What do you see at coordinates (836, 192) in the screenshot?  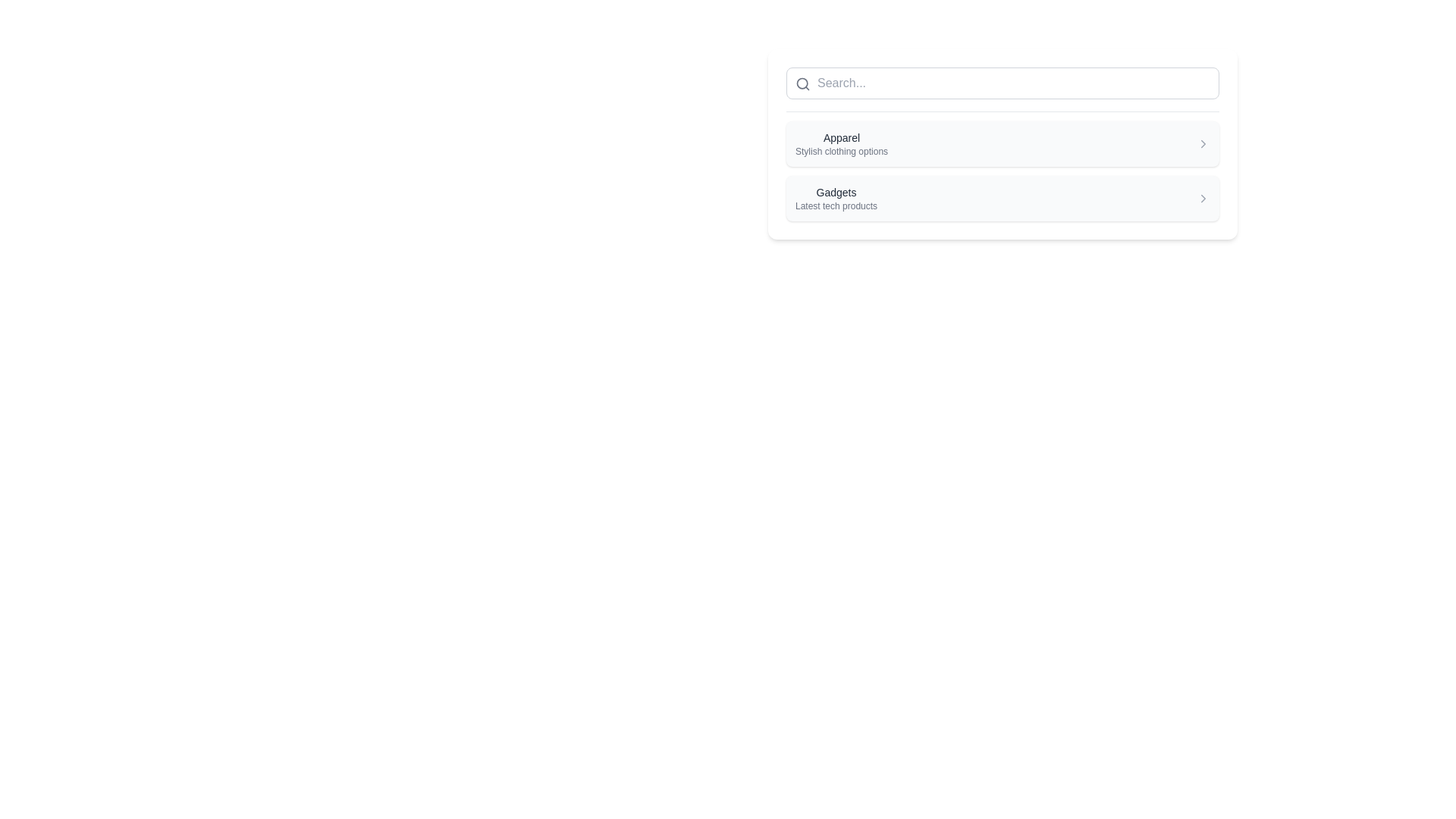 I see `the text label that serves as a category label for gadgets, located below the 'Latest tech products' subtitle` at bounding box center [836, 192].